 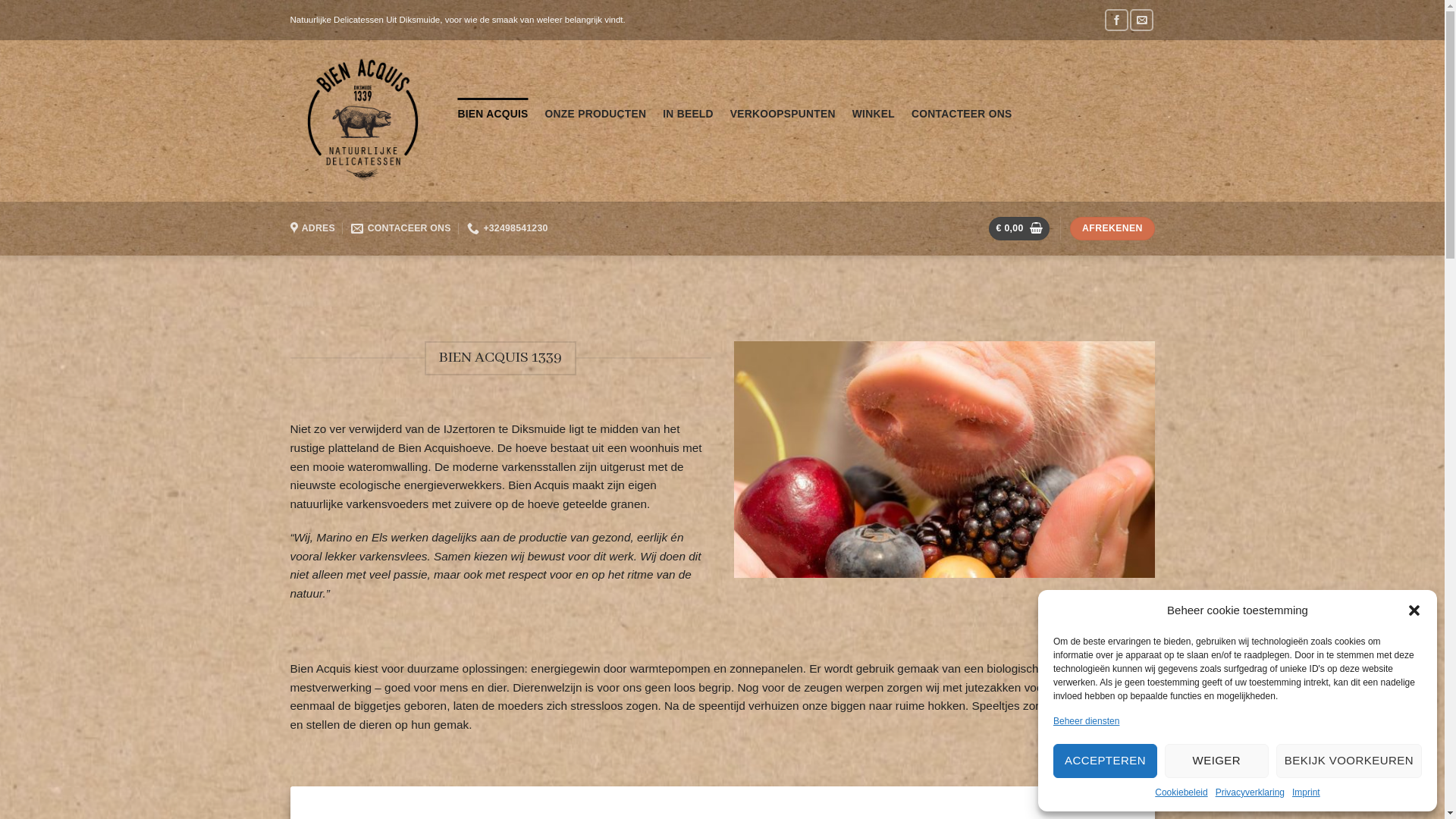 What do you see at coordinates (874, 113) in the screenshot?
I see `'WINKEL'` at bounding box center [874, 113].